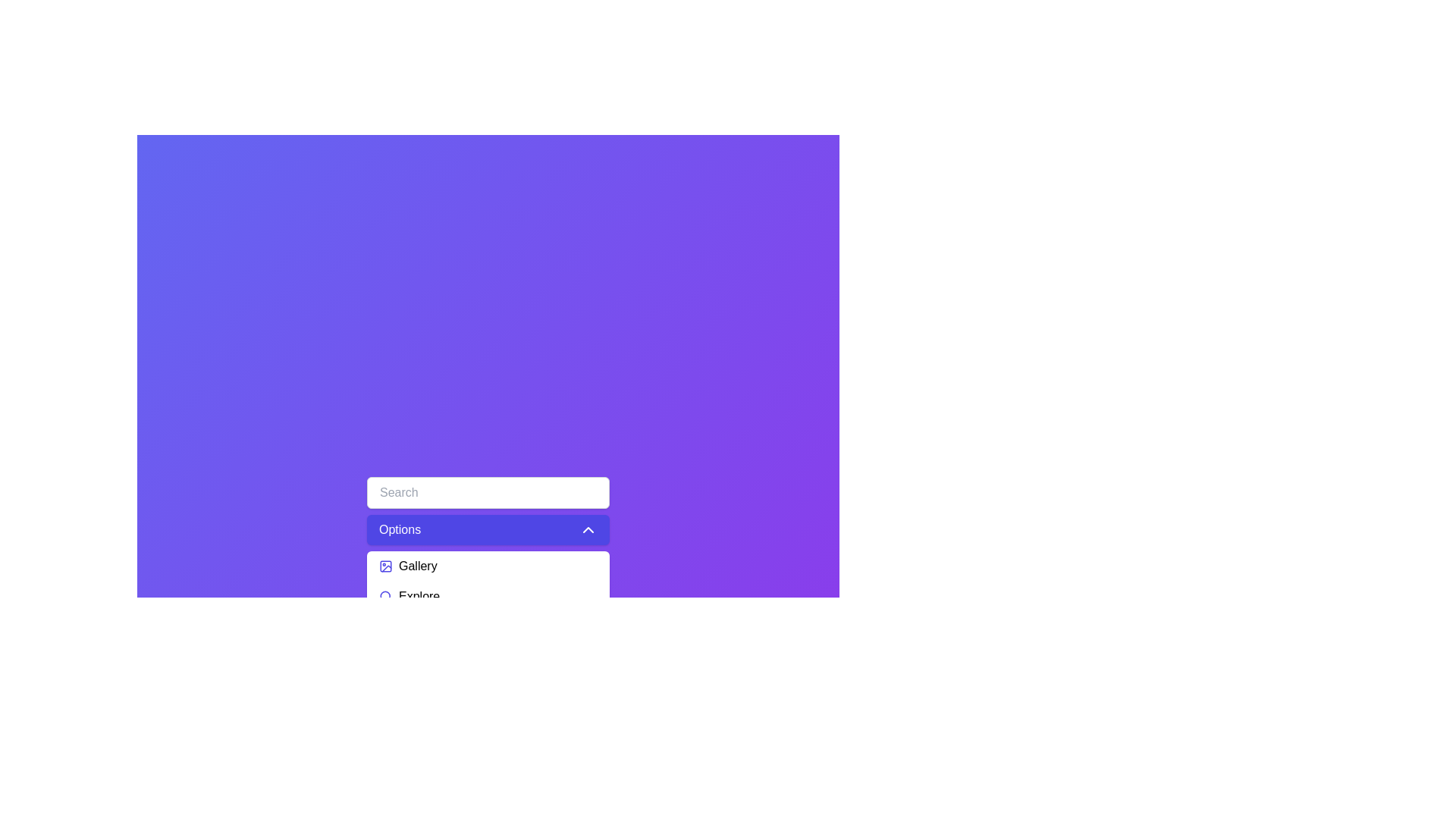 Image resolution: width=1456 pixels, height=819 pixels. I want to click on the 'Explore' option in the menu, so click(488, 595).